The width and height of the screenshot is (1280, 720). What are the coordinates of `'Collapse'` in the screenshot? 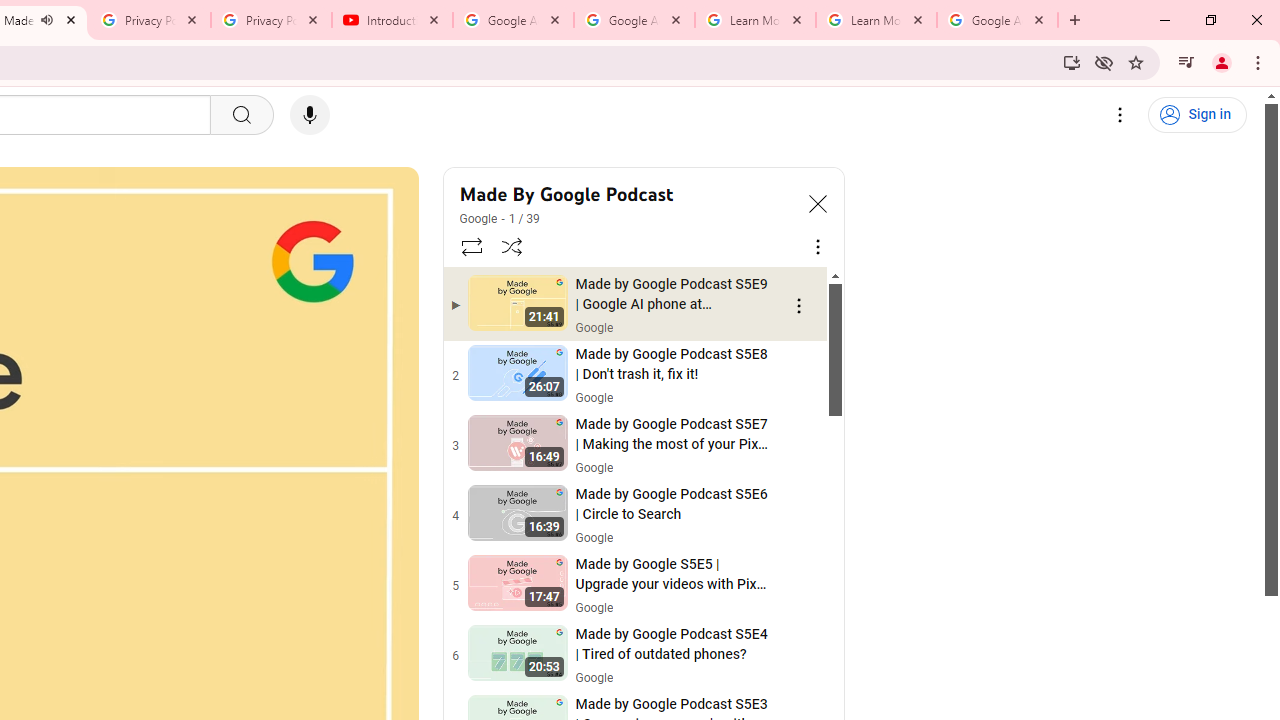 It's located at (817, 203).